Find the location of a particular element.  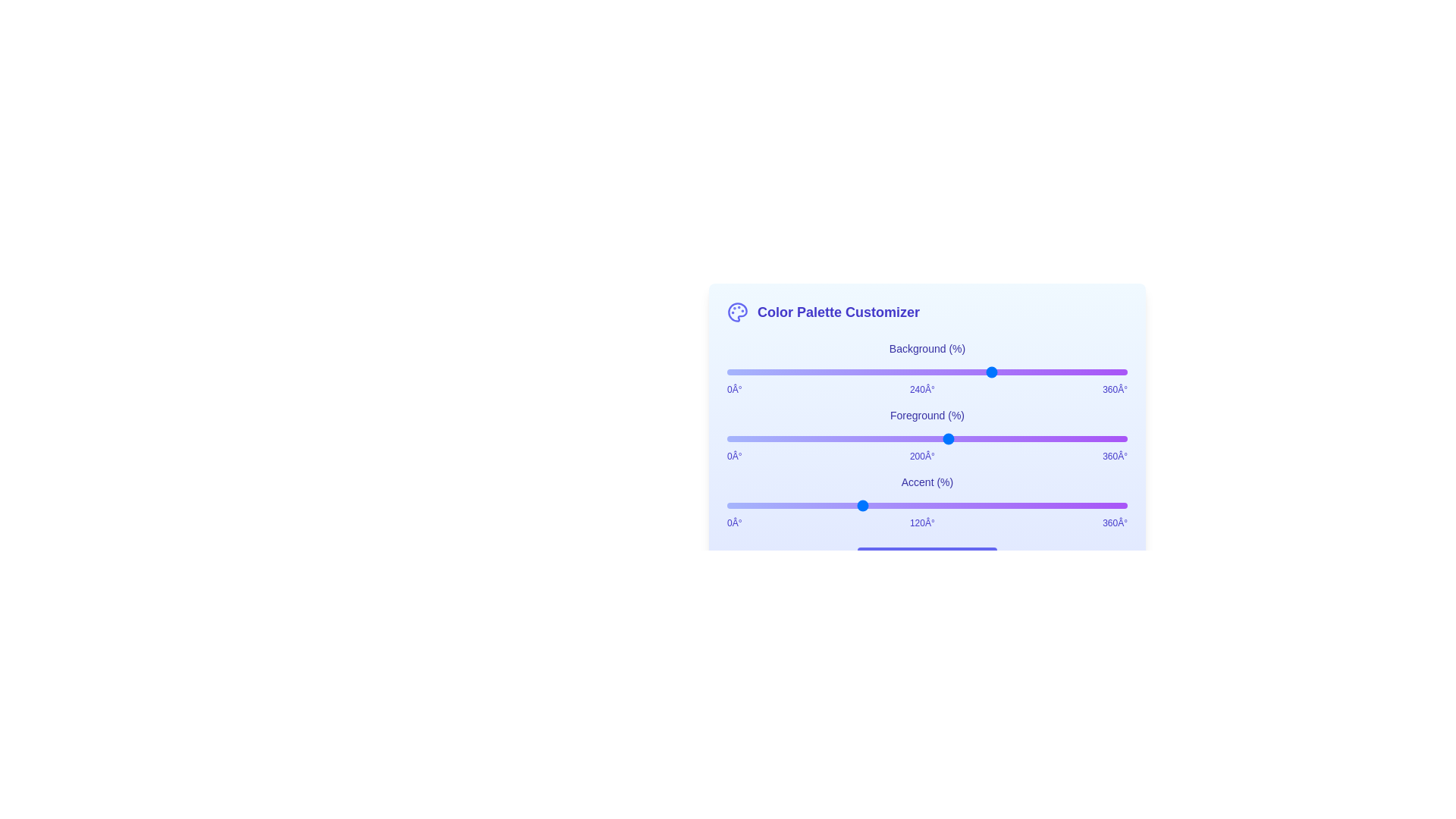

the Accent slider to set its hue to 9 degrees is located at coordinates (737, 506).